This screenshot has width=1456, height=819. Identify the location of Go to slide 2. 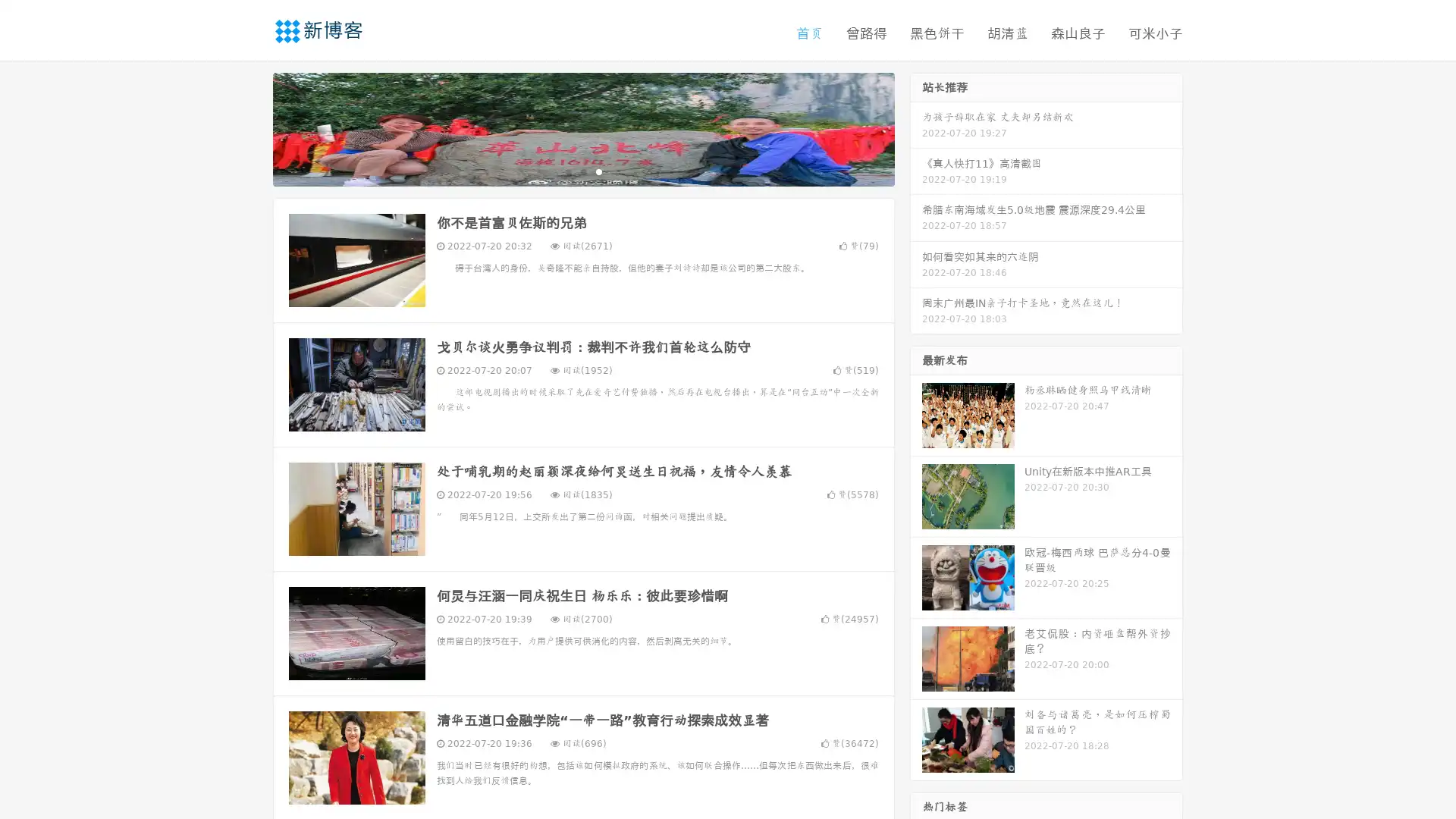
(582, 171).